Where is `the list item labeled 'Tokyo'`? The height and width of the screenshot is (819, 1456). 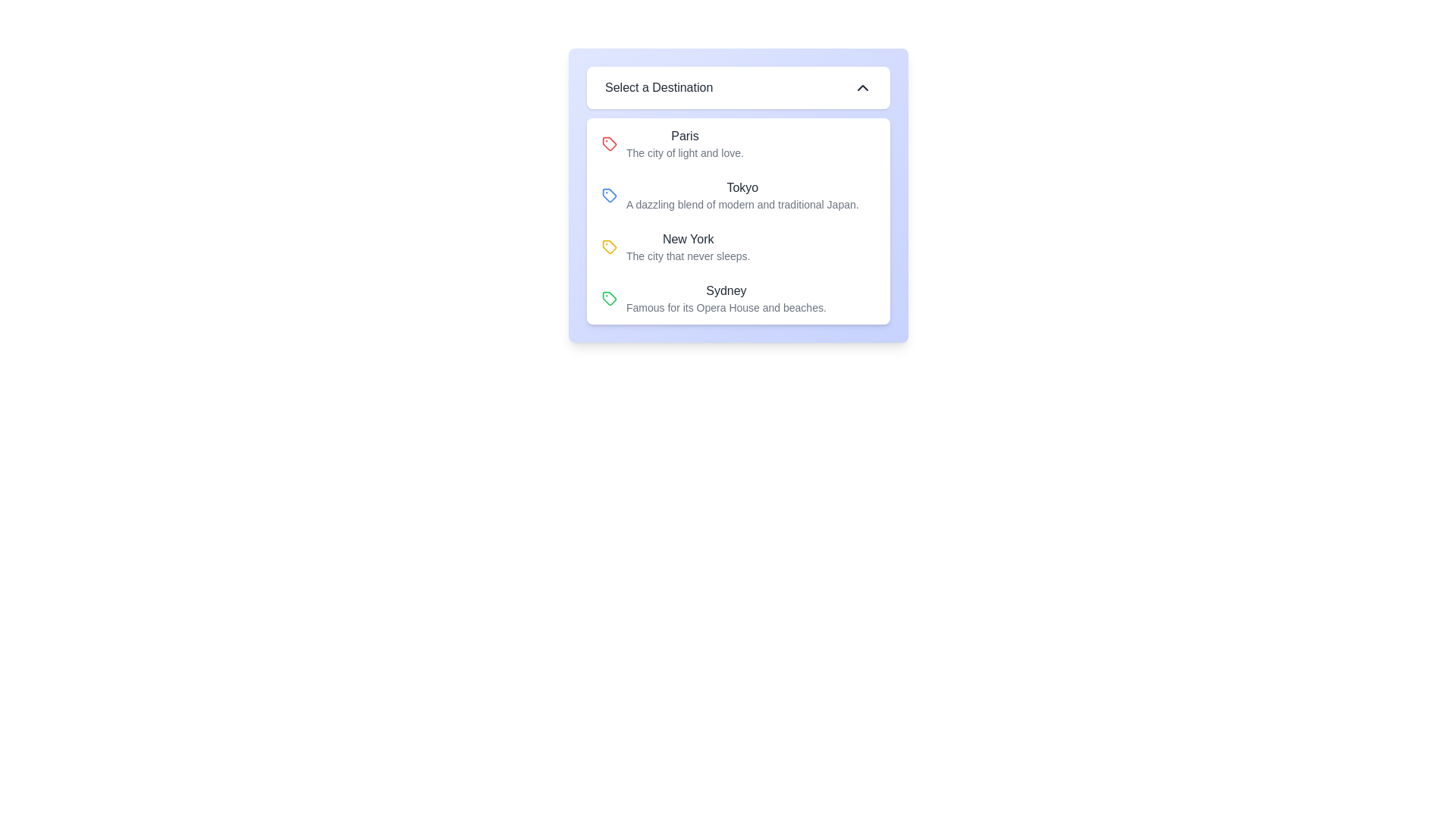 the list item labeled 'Tokyo' is located at coordinates (739, 195).